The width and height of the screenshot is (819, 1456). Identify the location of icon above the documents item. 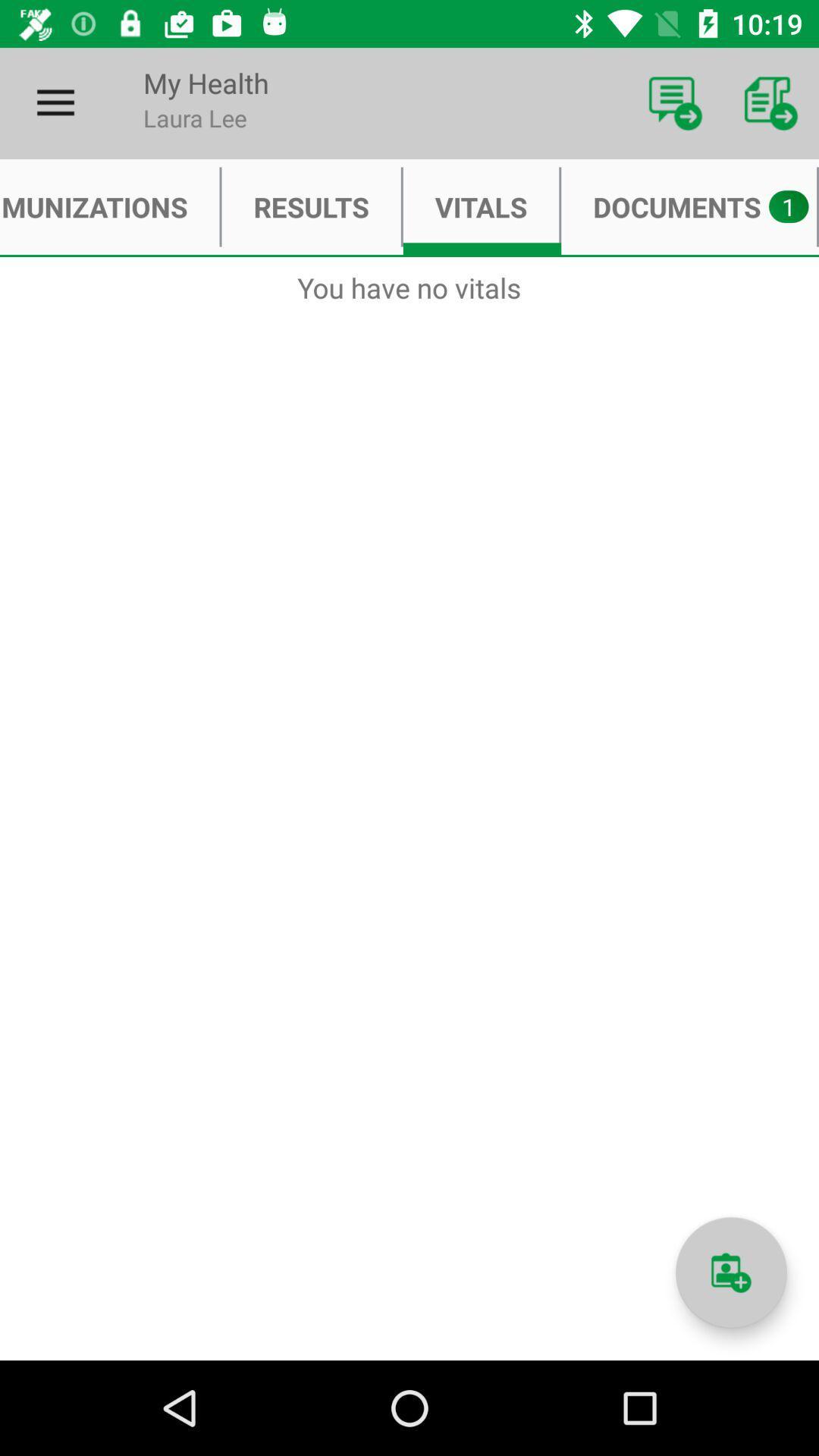
(675, 102).